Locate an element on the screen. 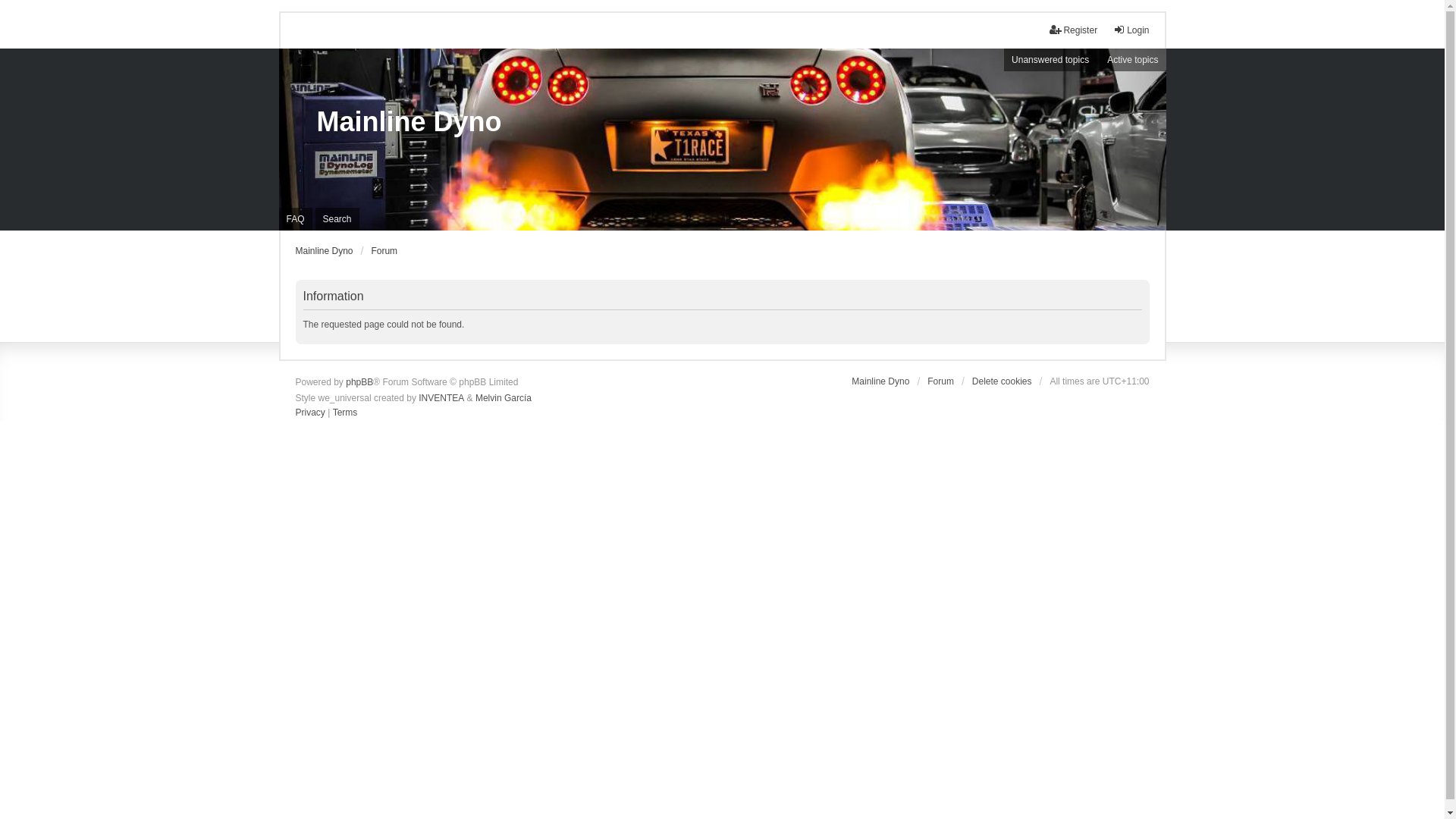 This screenshot has height=819, width=1456. 'Delete cookies' is located at coordinates (1002, 380).